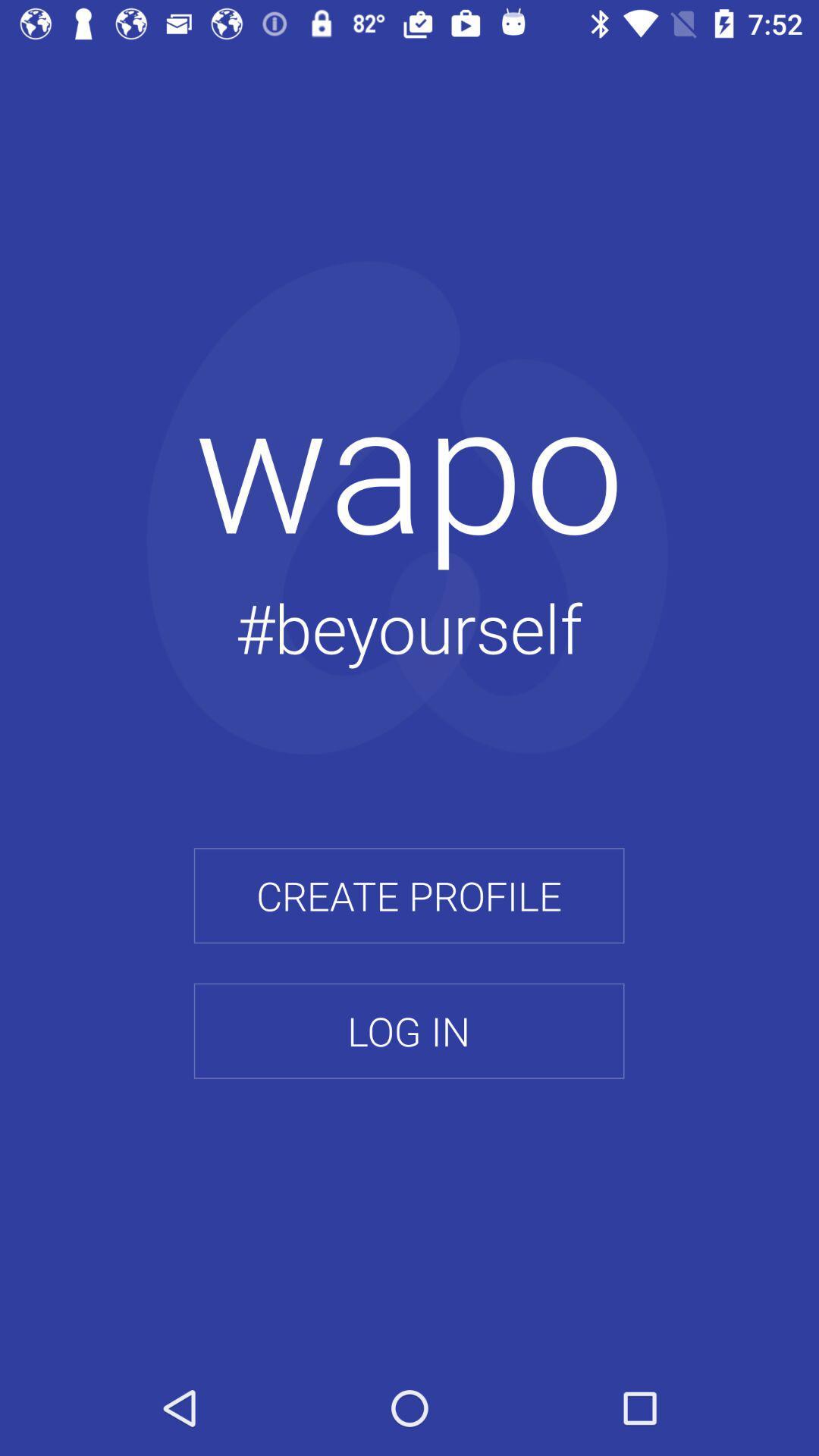  What do you see at coordinates (408, 1031) in the screenshot?
I see `log in icon` at bounding box center [408, 1031].